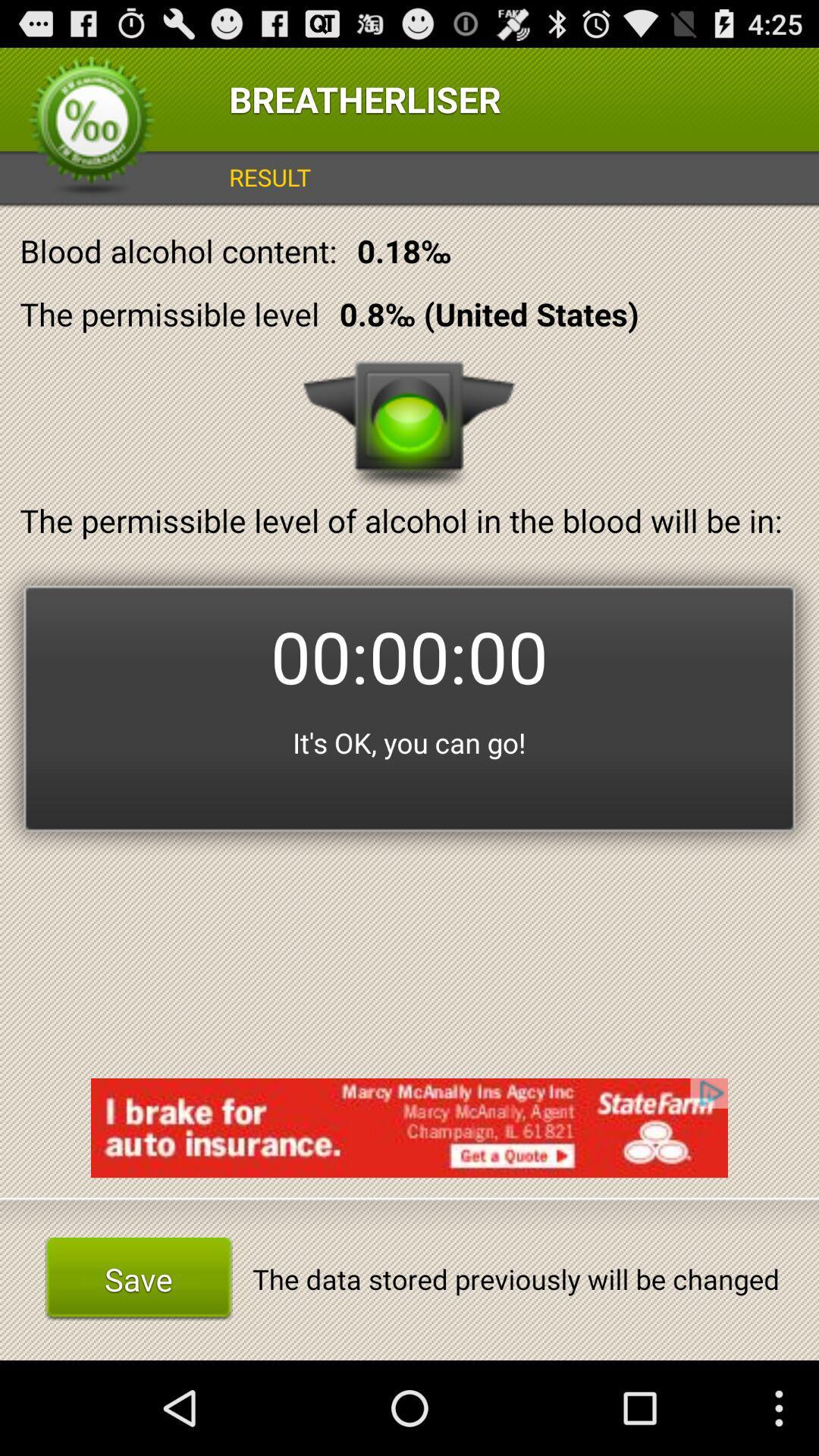  Describe the element at coordinates (138, 1278) in the screenshot. I see `item next to the the data stored icon` at that location.